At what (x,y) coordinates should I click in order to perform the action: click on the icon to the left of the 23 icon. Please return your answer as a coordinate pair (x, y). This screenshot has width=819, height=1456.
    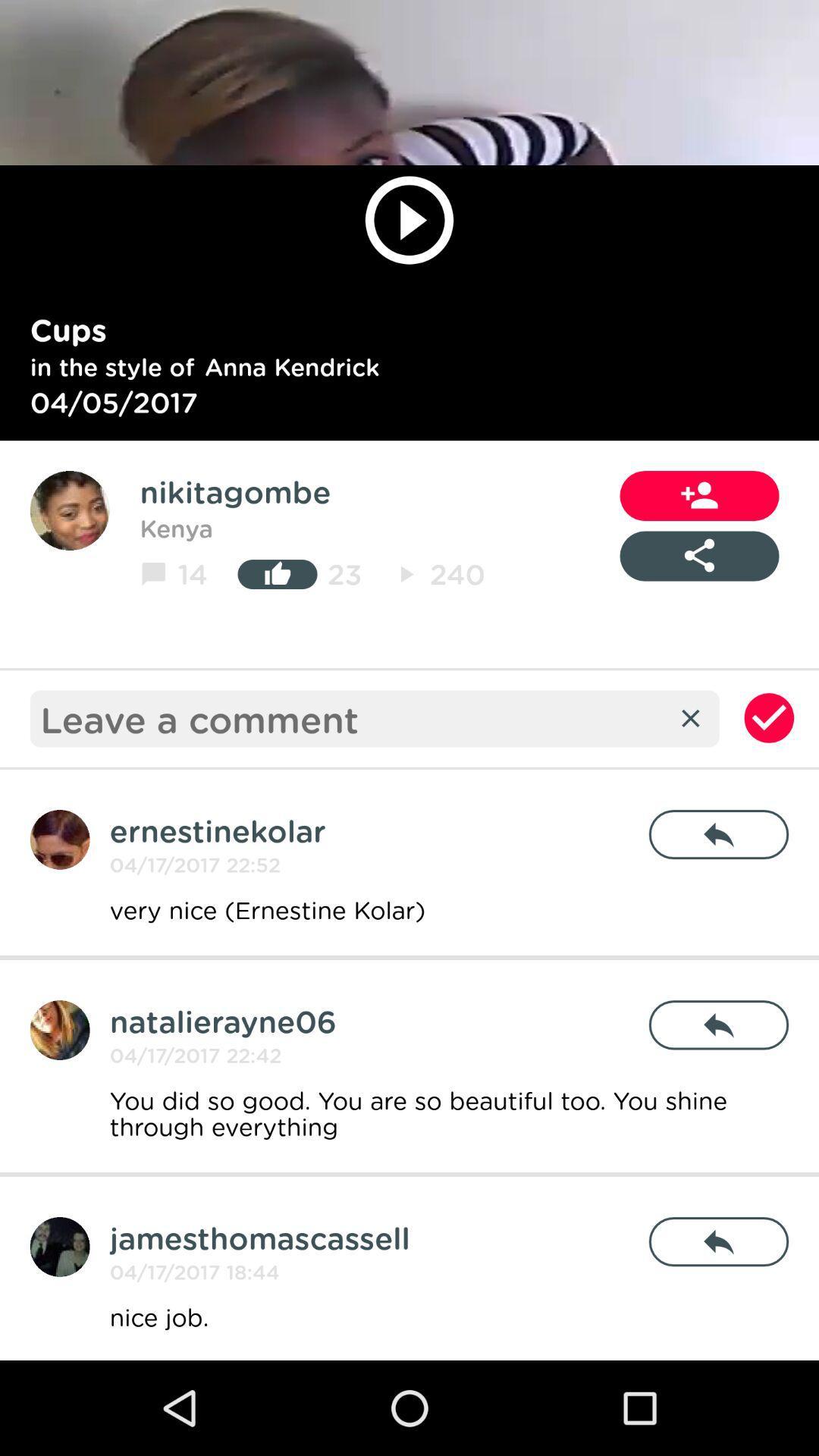
    Looking at the image, I should click on (278, 573).